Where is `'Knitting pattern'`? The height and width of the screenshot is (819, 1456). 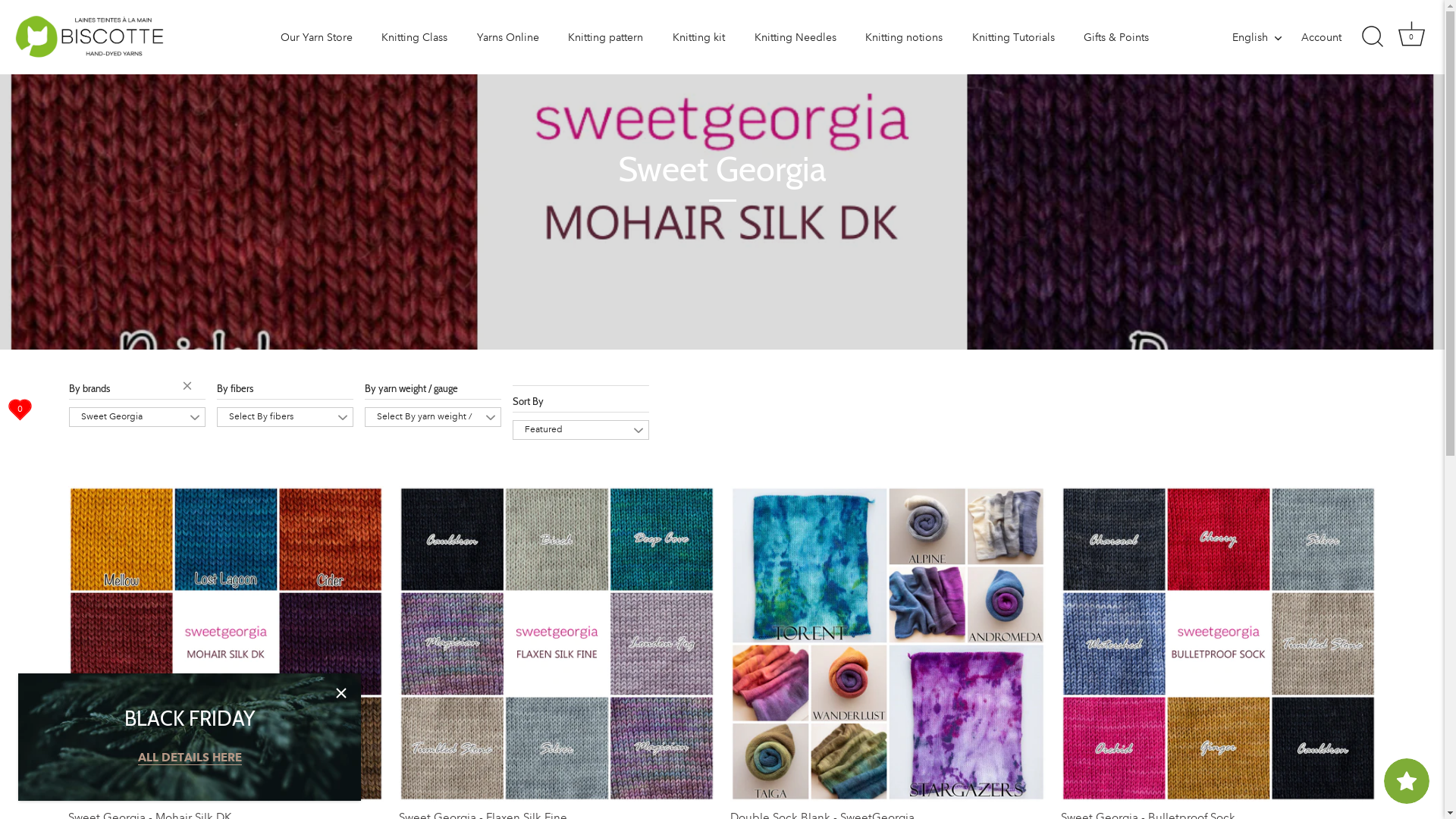
'Knitting pattern' is located at coordinates (554, 36).